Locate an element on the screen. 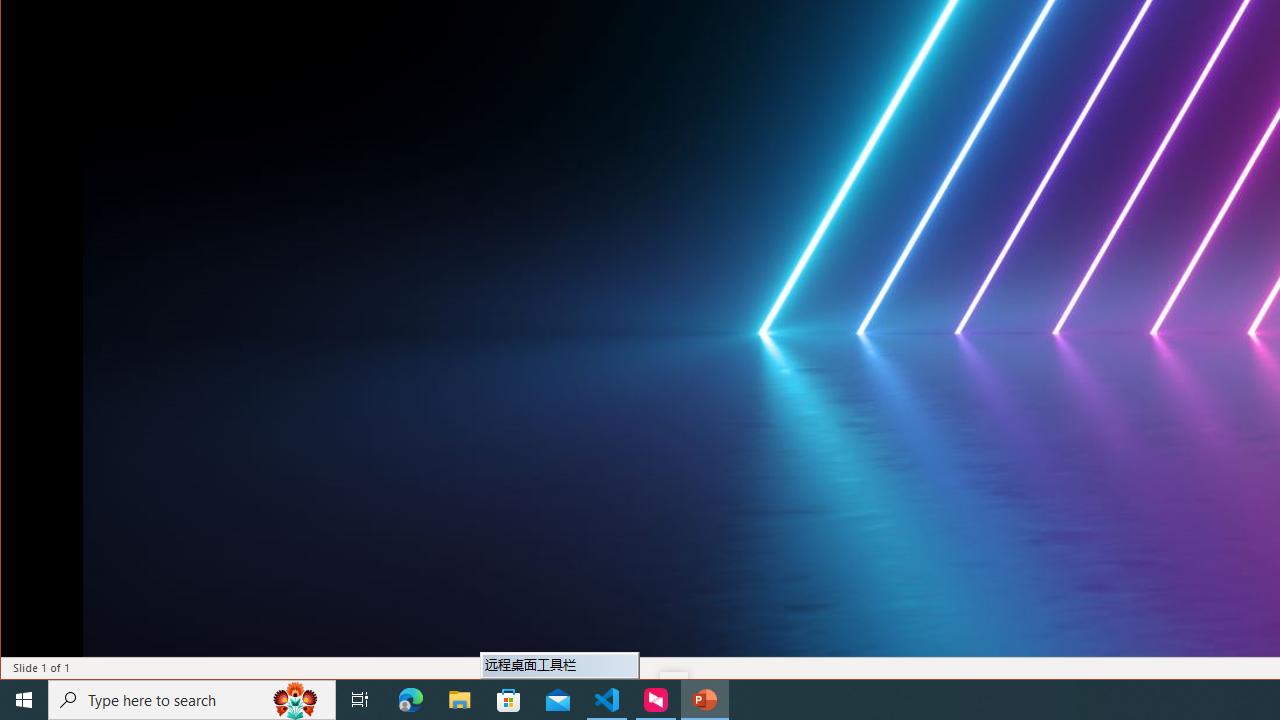  'Type here to search' is located at coordinates (192, 698).